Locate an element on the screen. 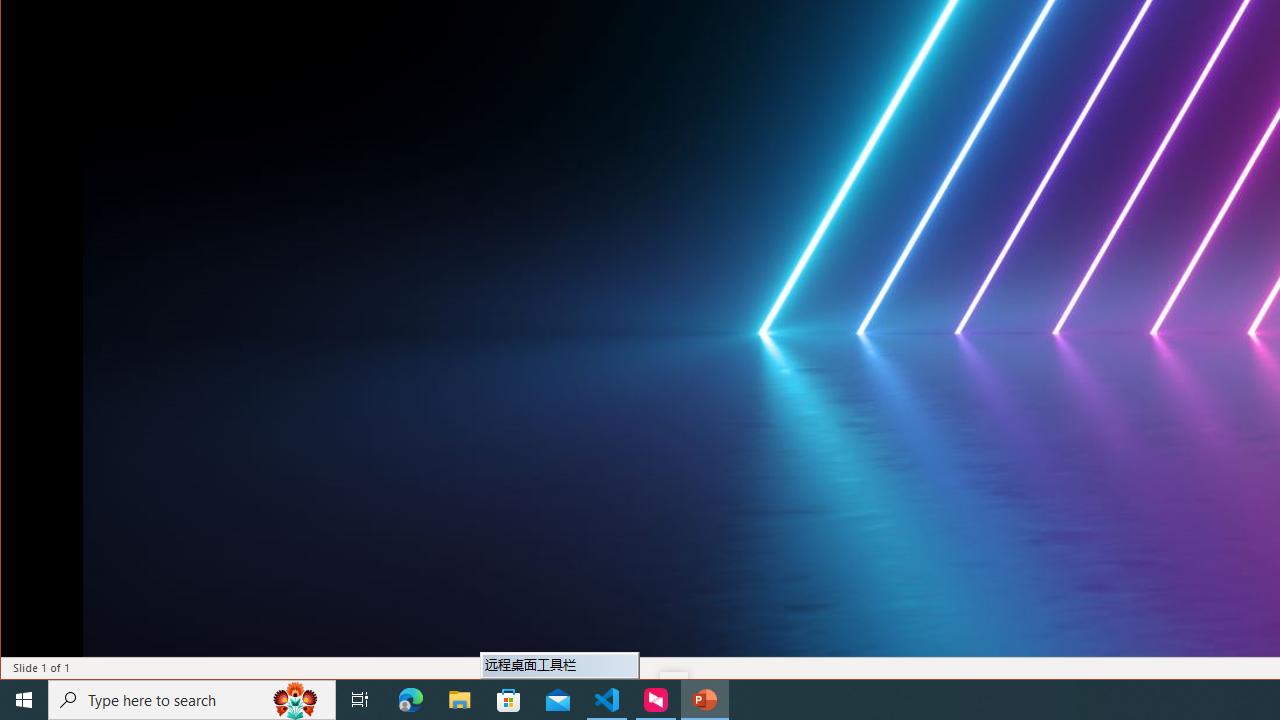  'Type here to search' is located at coordinates (192, 698).